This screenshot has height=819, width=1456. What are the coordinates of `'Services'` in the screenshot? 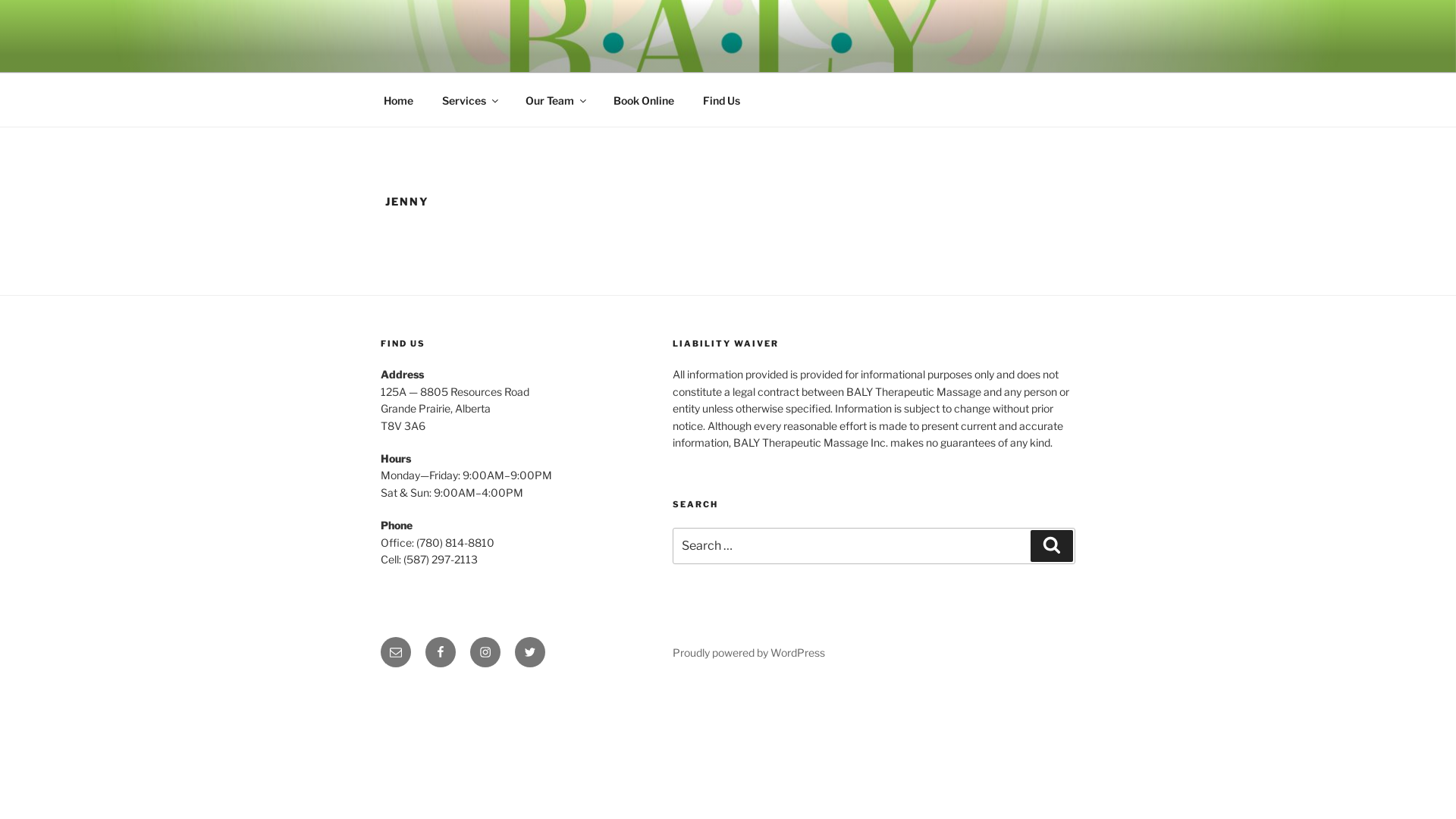 It's located at (468, 100).